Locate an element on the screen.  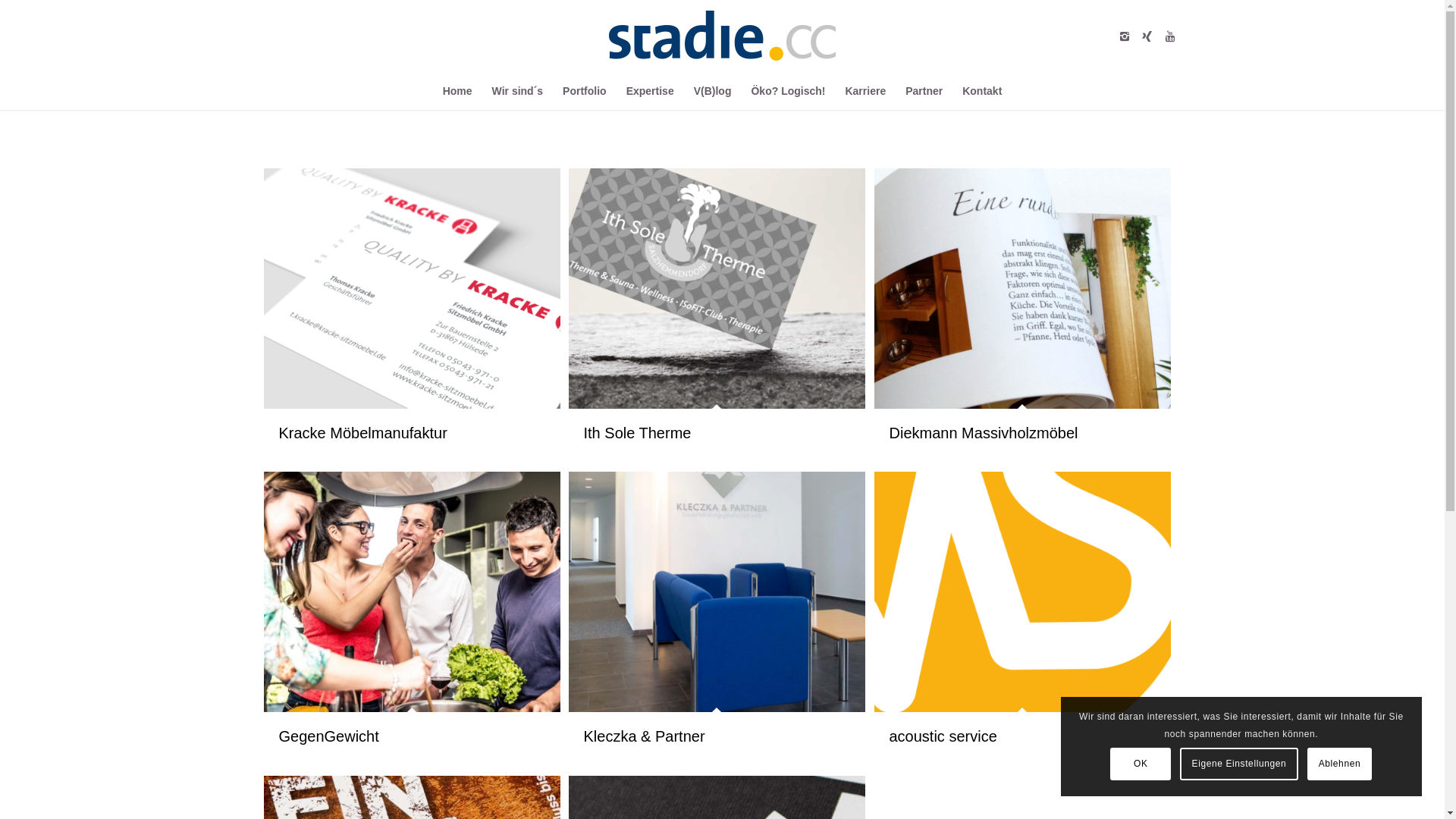
'Ablehnen' is located at coordinates (1339, 763).